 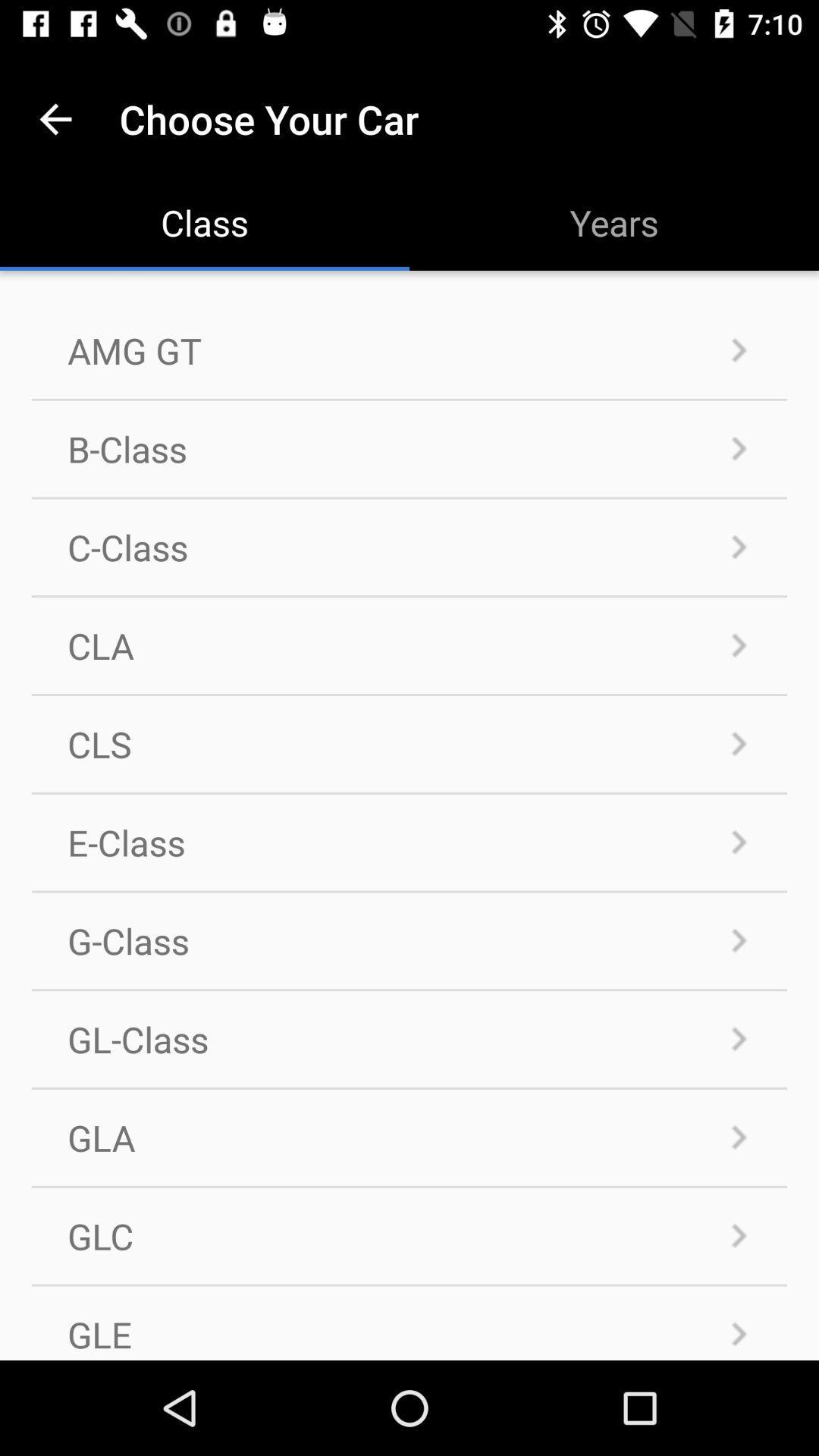 What do you see at coordinates (55, 118) in the screenshot?
I see `the item next to the choose your car` at bounding box center [55, 118].